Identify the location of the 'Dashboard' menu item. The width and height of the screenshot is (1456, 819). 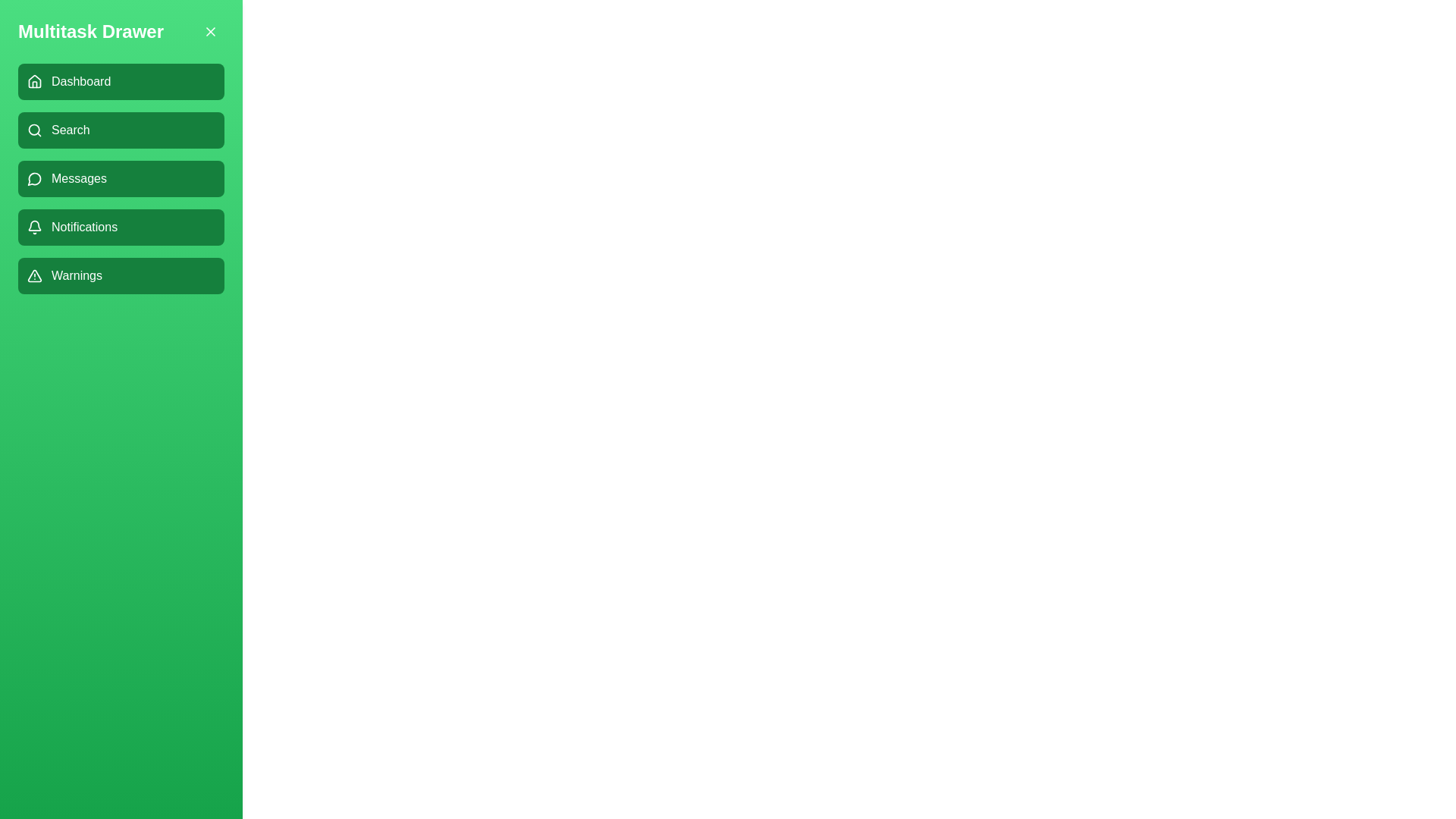
(120, 82).